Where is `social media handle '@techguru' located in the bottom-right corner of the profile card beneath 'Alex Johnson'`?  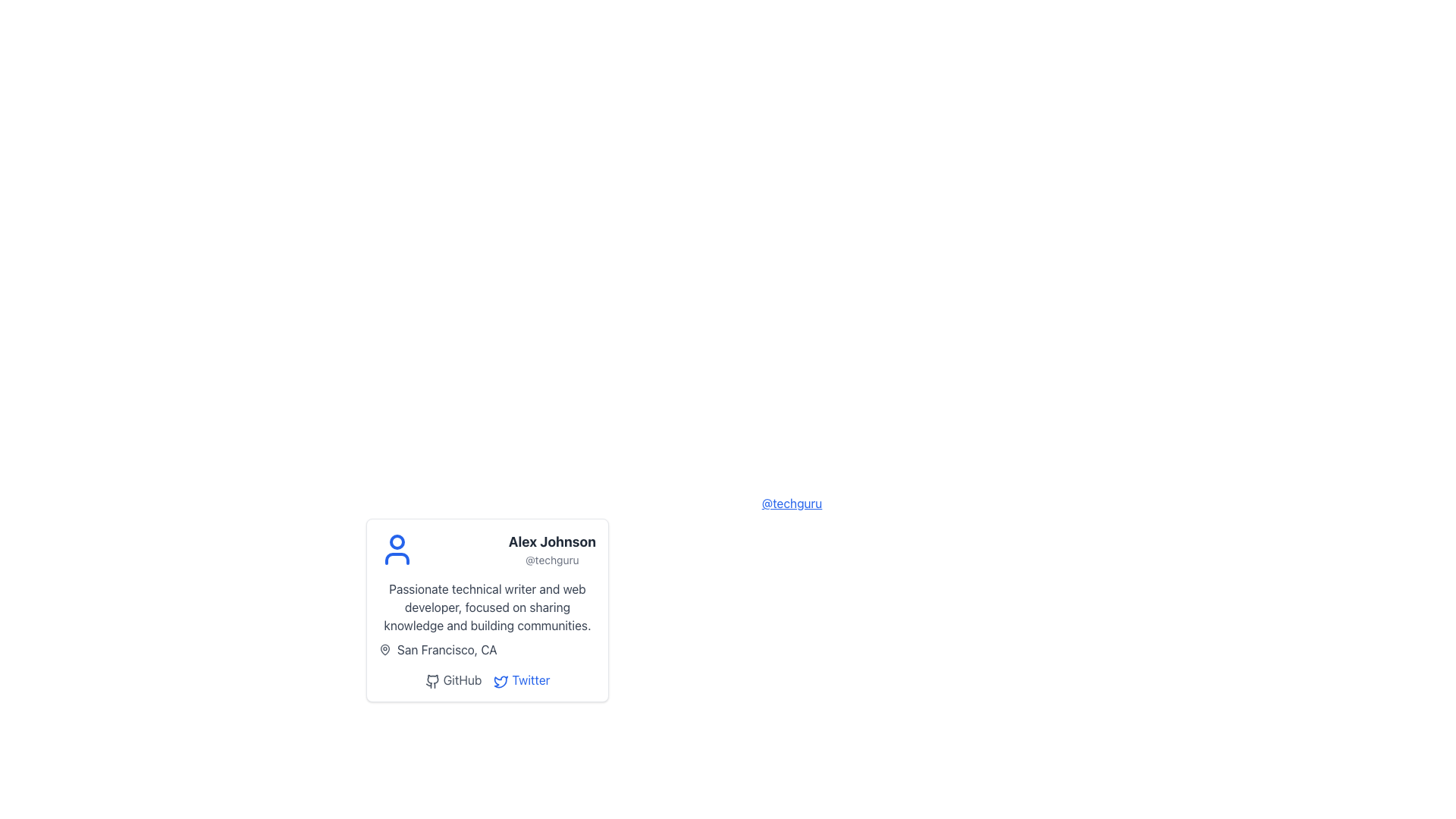
social media handle '@techguru' located in the bottom-right corner of the profile card beneath 'Alex Johnson' is located at coordinates (551, 560).